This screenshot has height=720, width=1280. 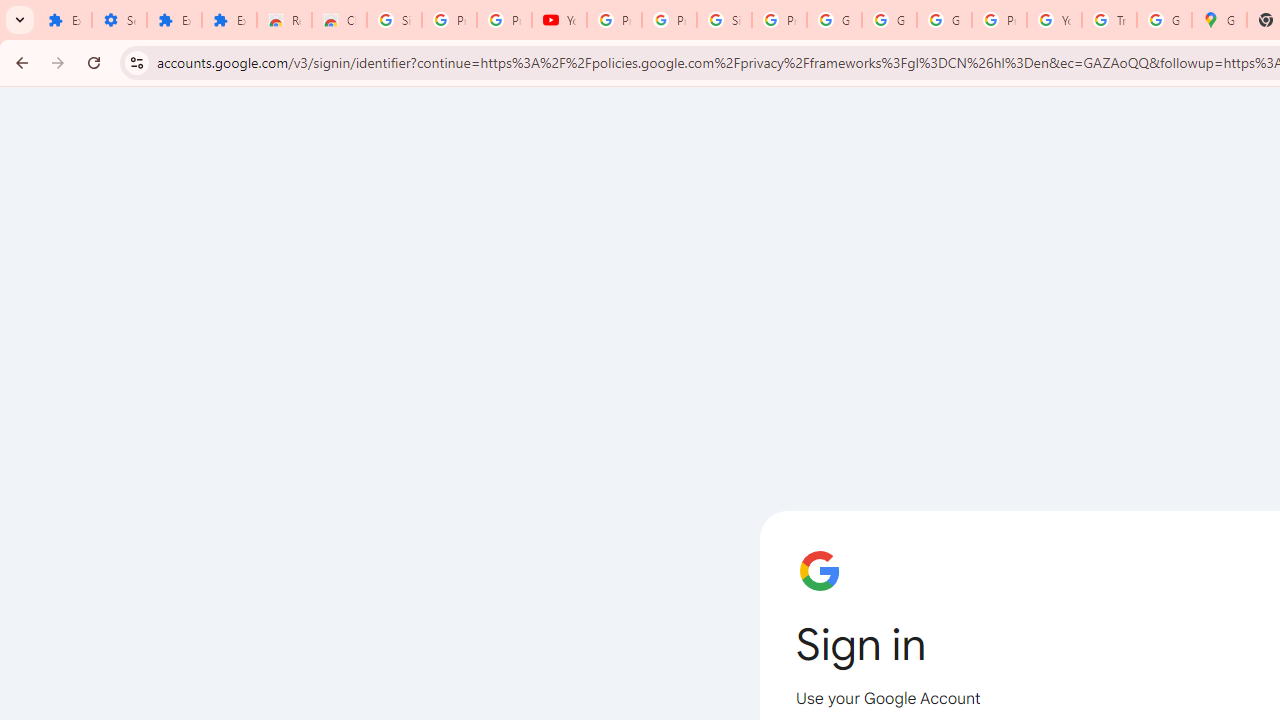 I want to click on 'Chrome Web Store - Themes', so click(x=339, y=20).